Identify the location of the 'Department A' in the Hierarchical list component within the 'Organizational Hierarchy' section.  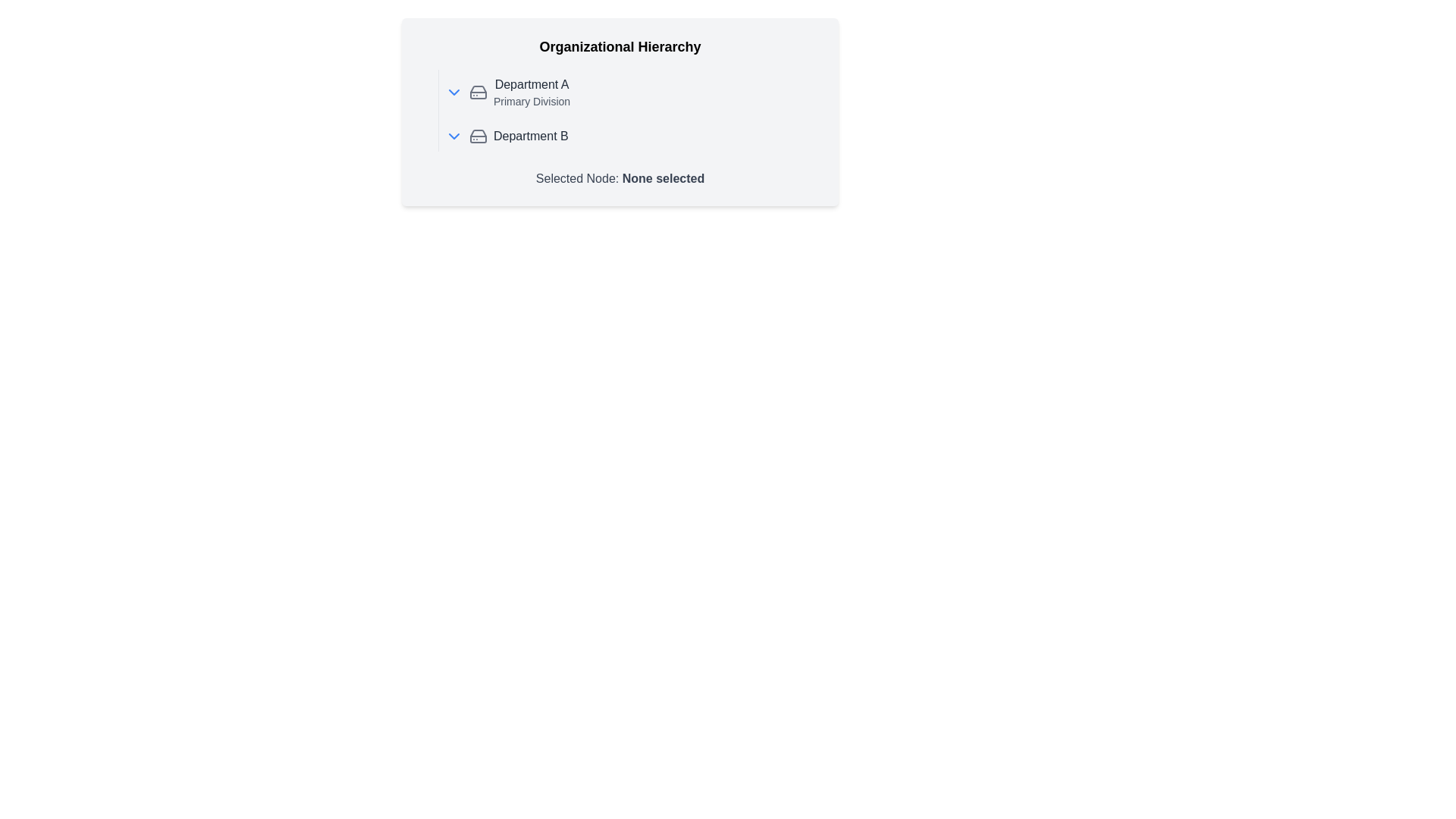
(620, 110).